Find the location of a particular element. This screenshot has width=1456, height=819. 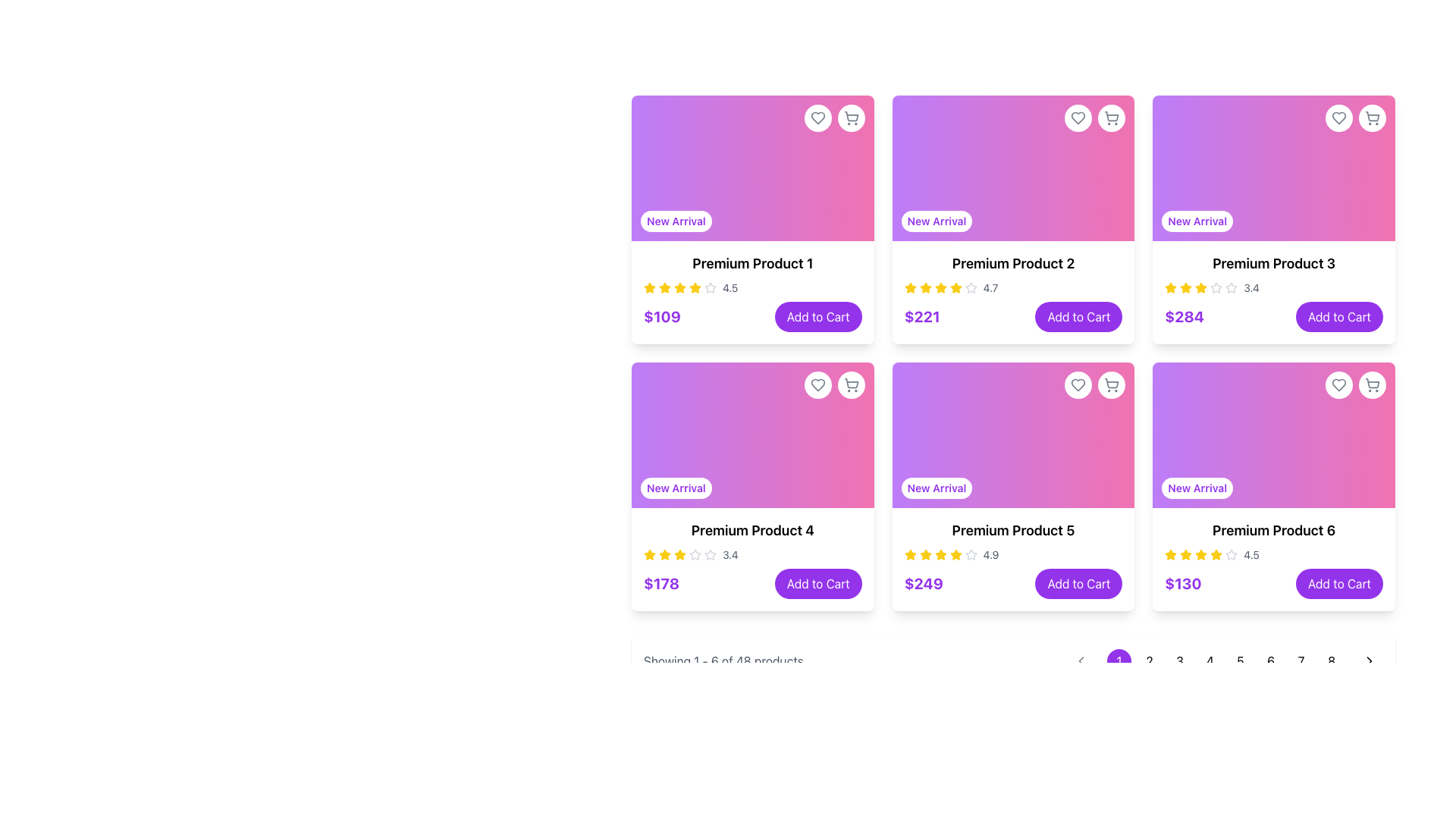

the first star in the star rating indicator for the product labeled 'Premium Product 3' to rate the product is located at coordinates (1185, 287).